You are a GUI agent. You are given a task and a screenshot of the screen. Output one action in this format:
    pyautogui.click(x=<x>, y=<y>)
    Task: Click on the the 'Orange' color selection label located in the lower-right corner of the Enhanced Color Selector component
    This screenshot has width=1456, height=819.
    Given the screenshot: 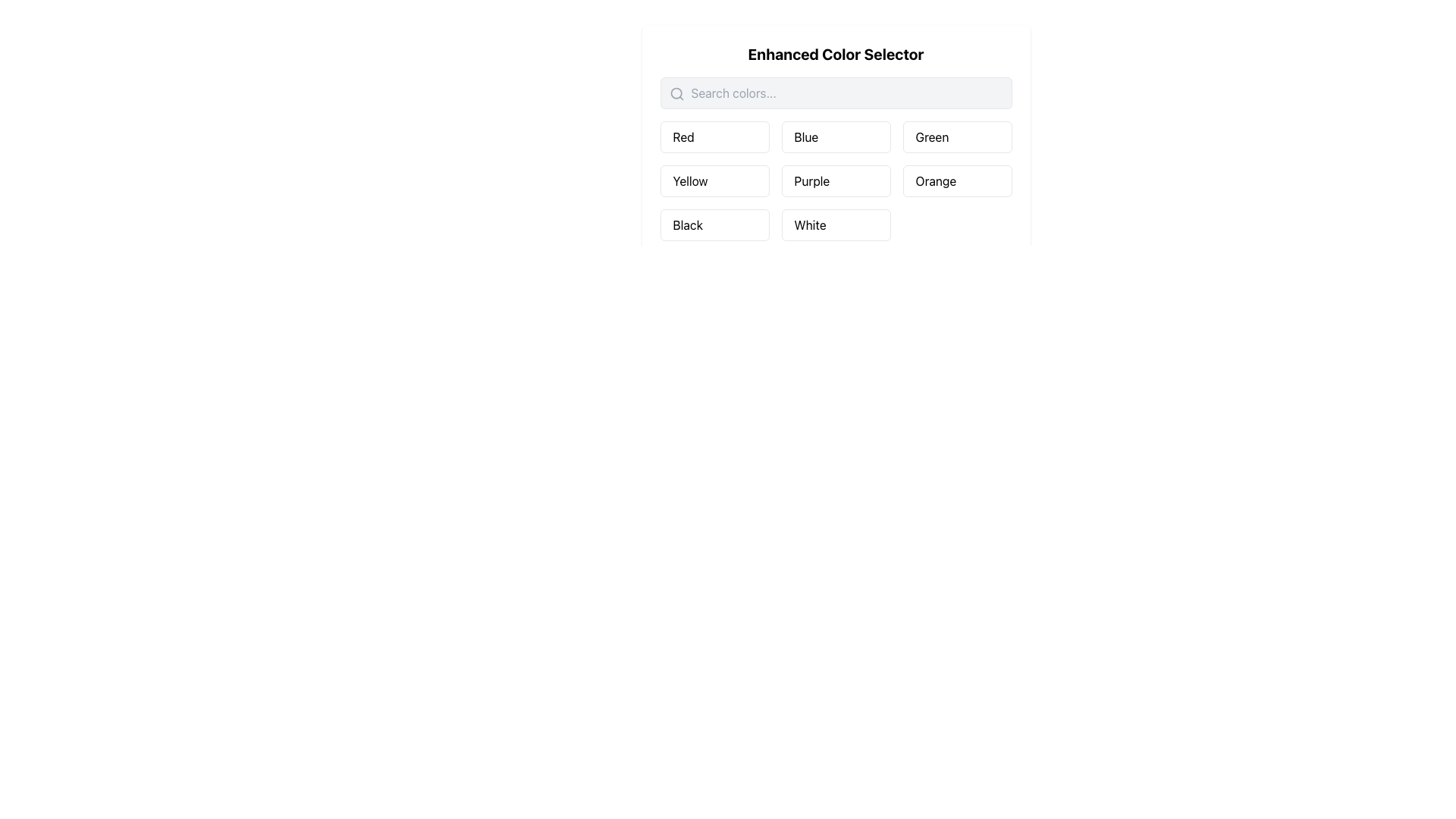 What is the action you would take?
    pyautogui.click(x=935, y=180)
    